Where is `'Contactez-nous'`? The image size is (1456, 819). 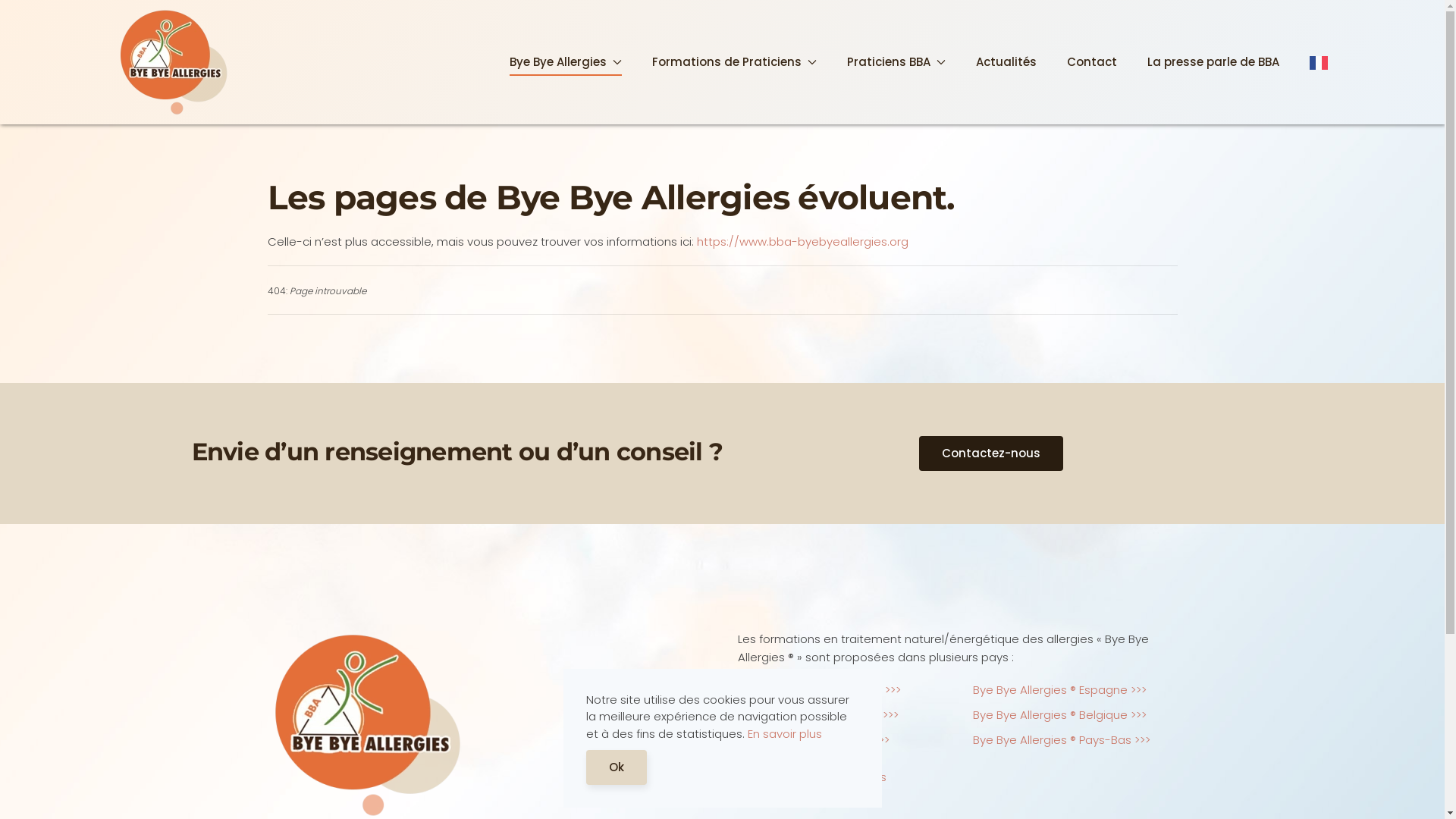 'Contactez-nous' is located at coordinates (990, 452).